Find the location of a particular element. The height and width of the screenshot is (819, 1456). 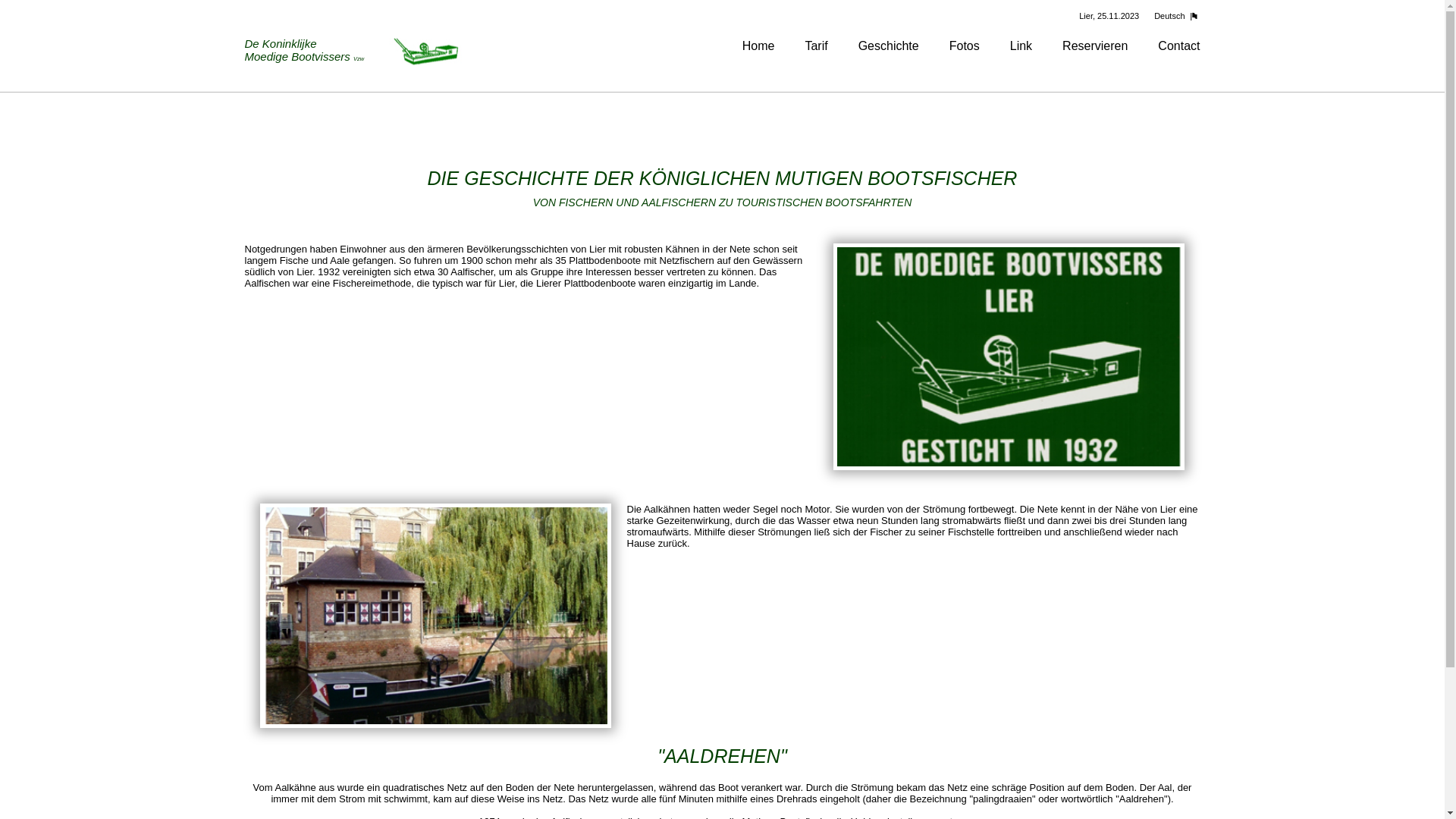

'Fotos' is located at coordinates (964, 45).